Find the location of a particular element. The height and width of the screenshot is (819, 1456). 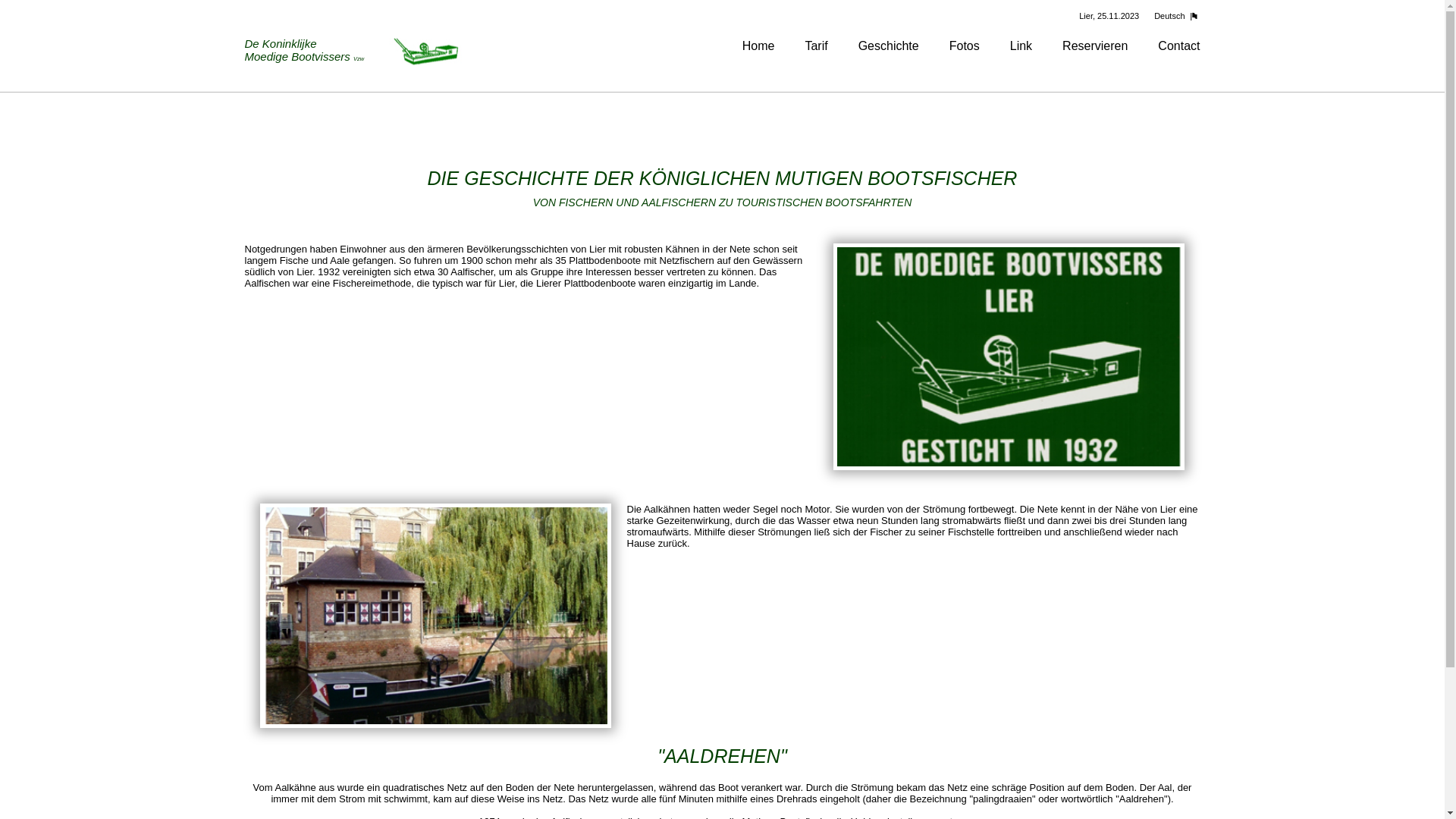

'Fotos' is located at coordinates (964, 45).